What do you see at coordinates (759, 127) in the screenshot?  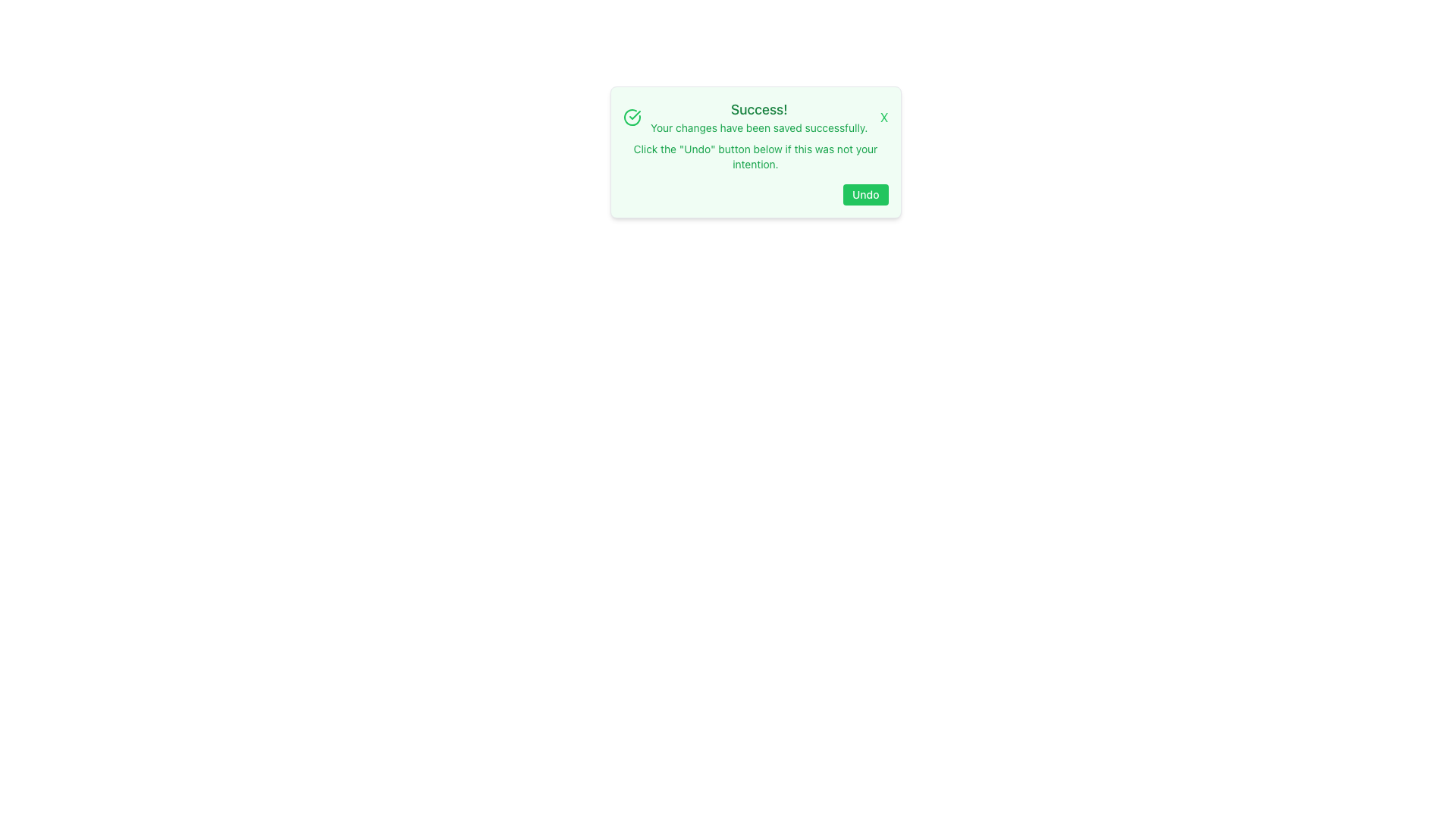 I see `static text message 'Your changes have been saved successfully.' displayed in green color within the notification card, located centrally below the header 'Success!'` at bounding box center [759, 127].